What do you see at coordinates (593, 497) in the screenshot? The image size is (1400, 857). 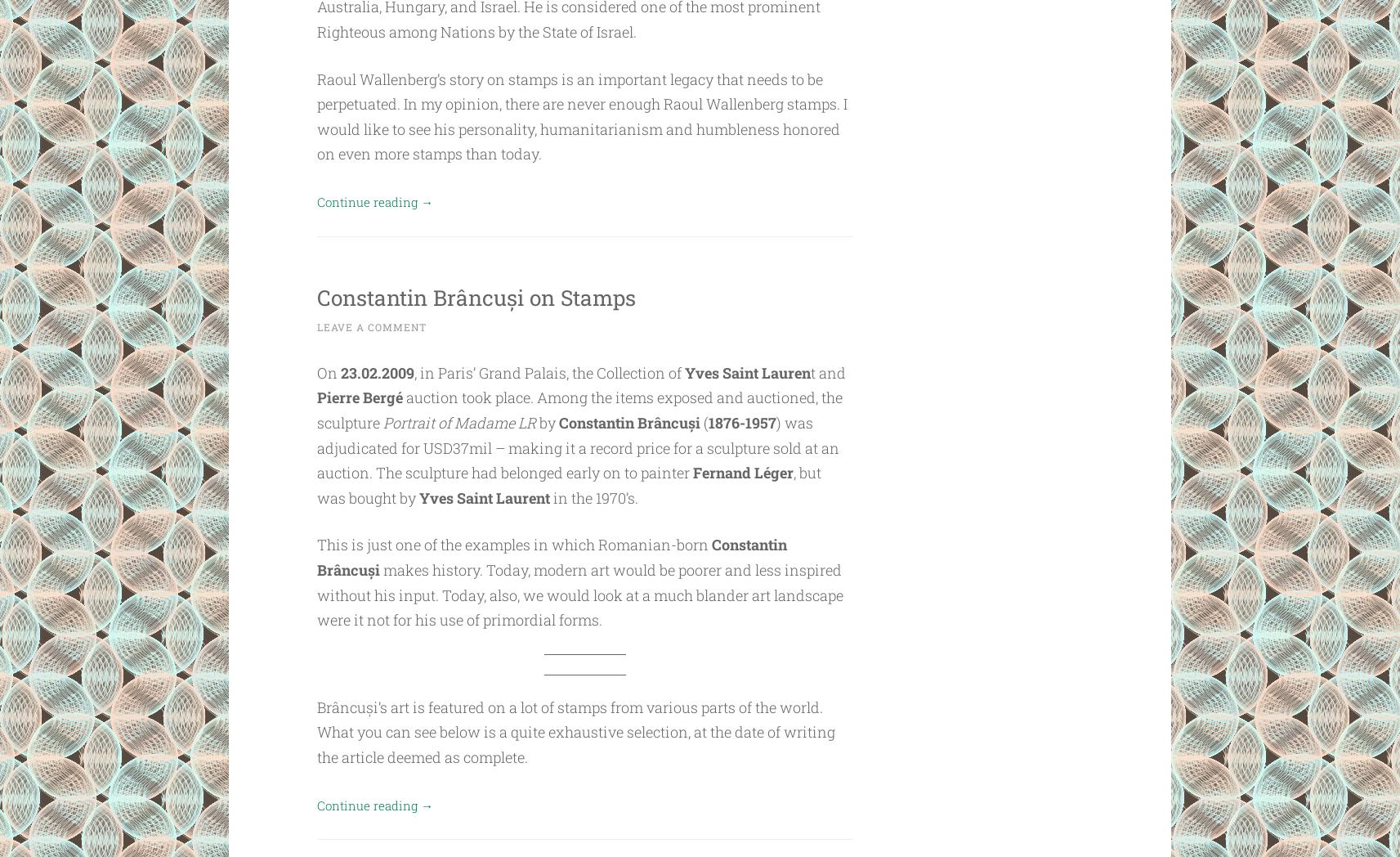 I see `'in the 1970’s.'` at bounding box center [593, 497].